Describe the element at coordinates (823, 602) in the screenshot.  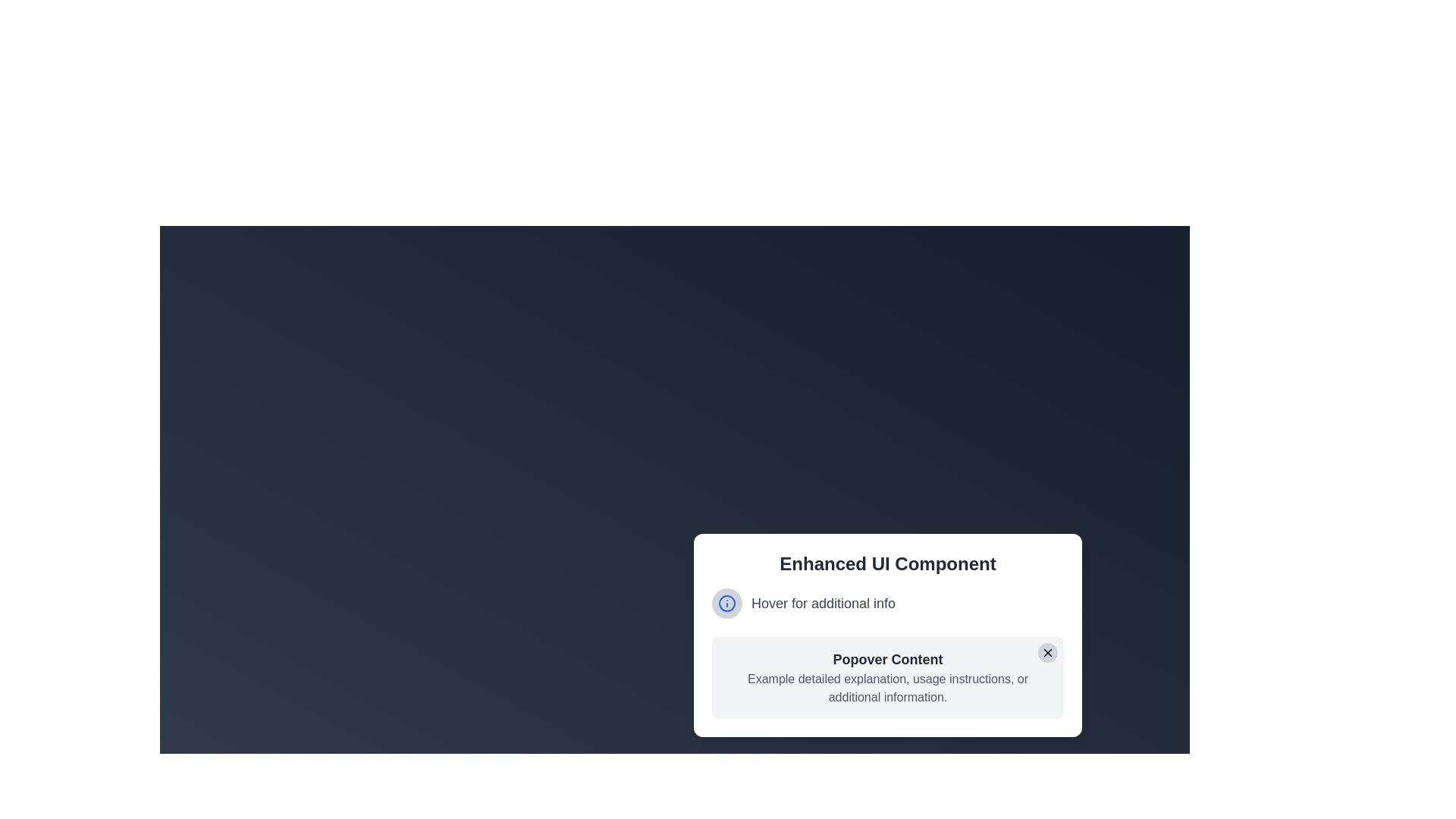
I see `the Text Label that reads 'Hover for additional info'` at that location.